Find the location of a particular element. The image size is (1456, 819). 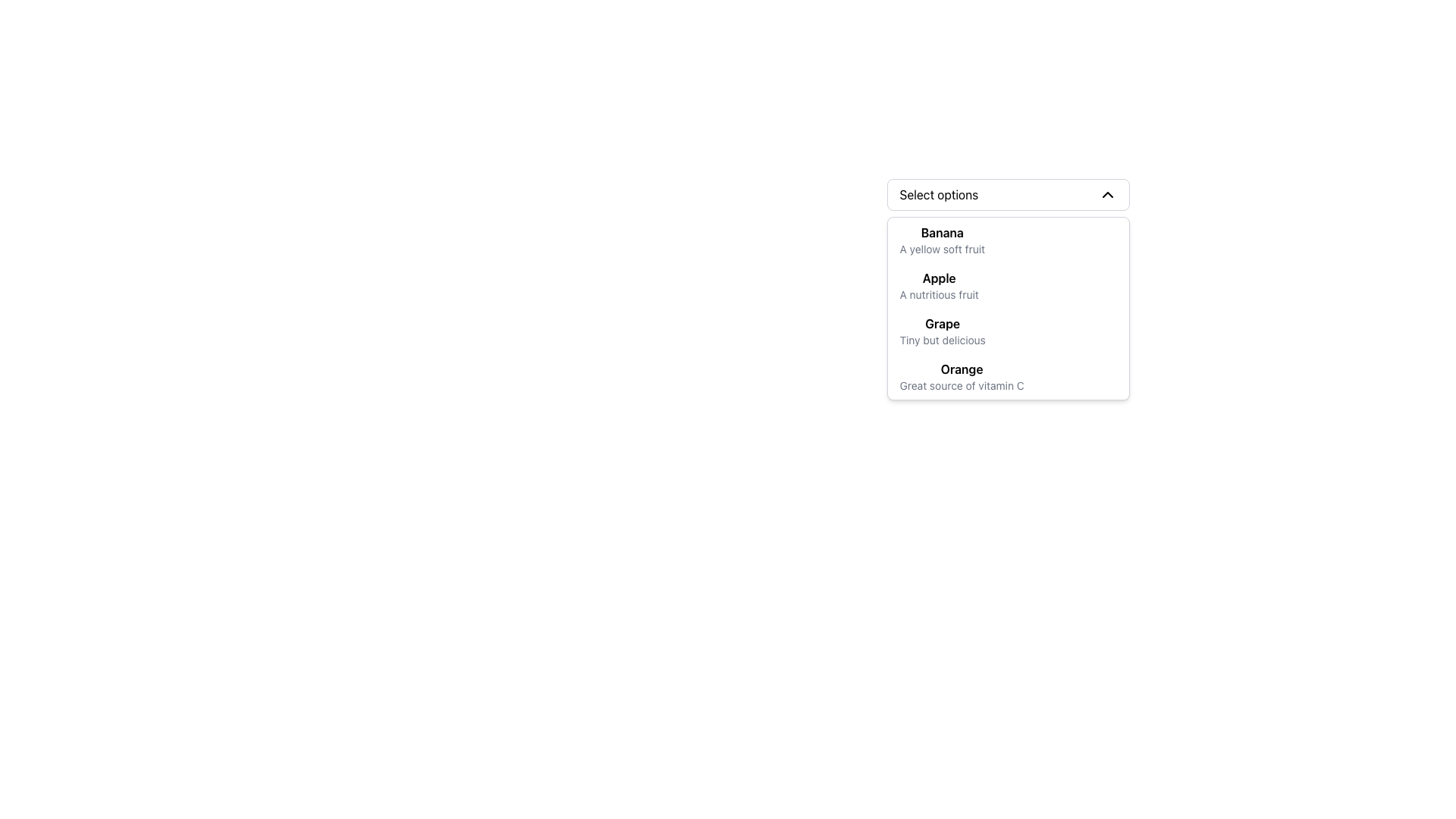

the 'Grape' option in the dropdown menu is located at coordinates (1008, 322).